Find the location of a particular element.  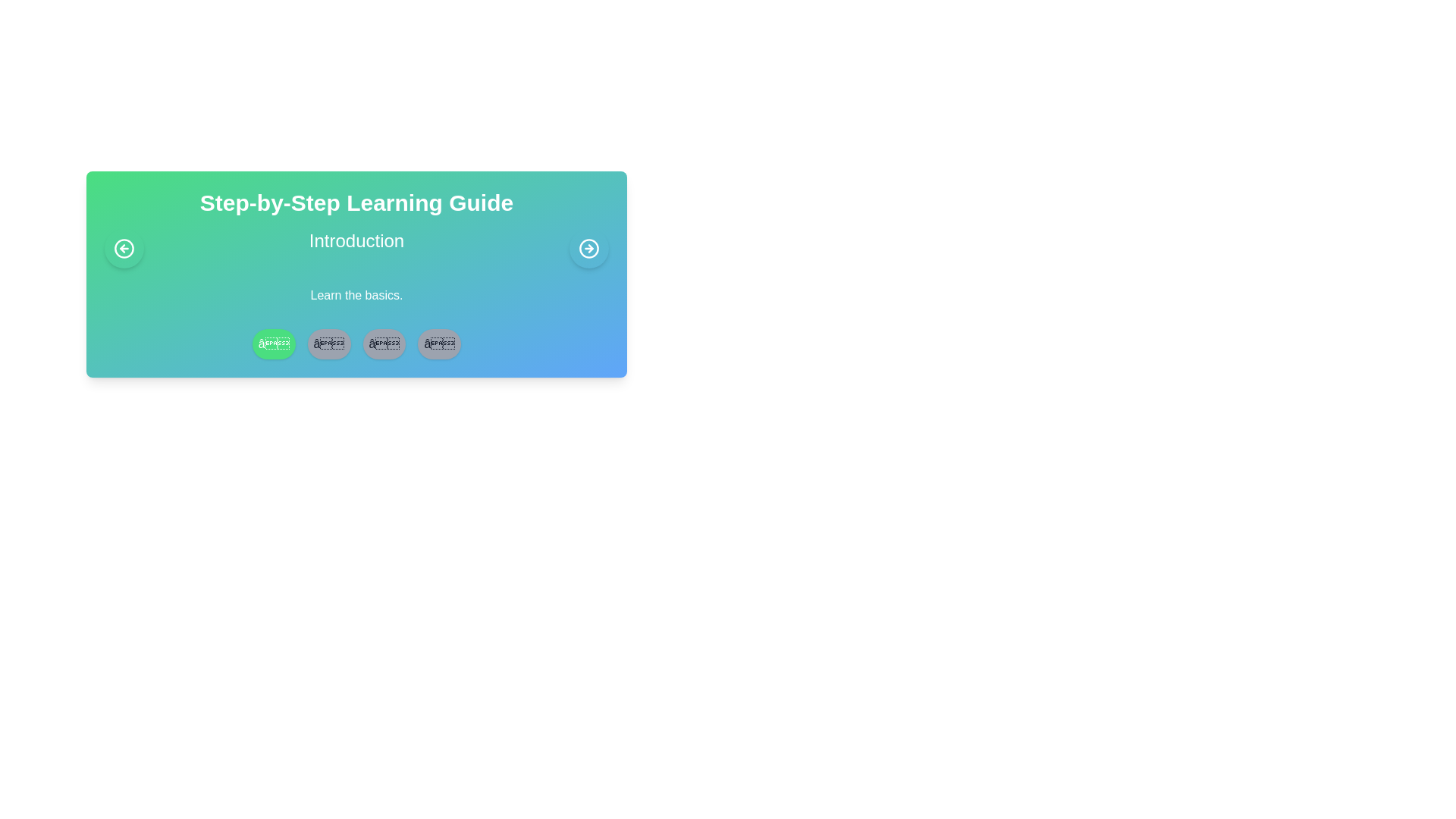

the circular icon button with a left-pointing arrow, located at the top-left corner of the card is located at coordinates (124, 247).